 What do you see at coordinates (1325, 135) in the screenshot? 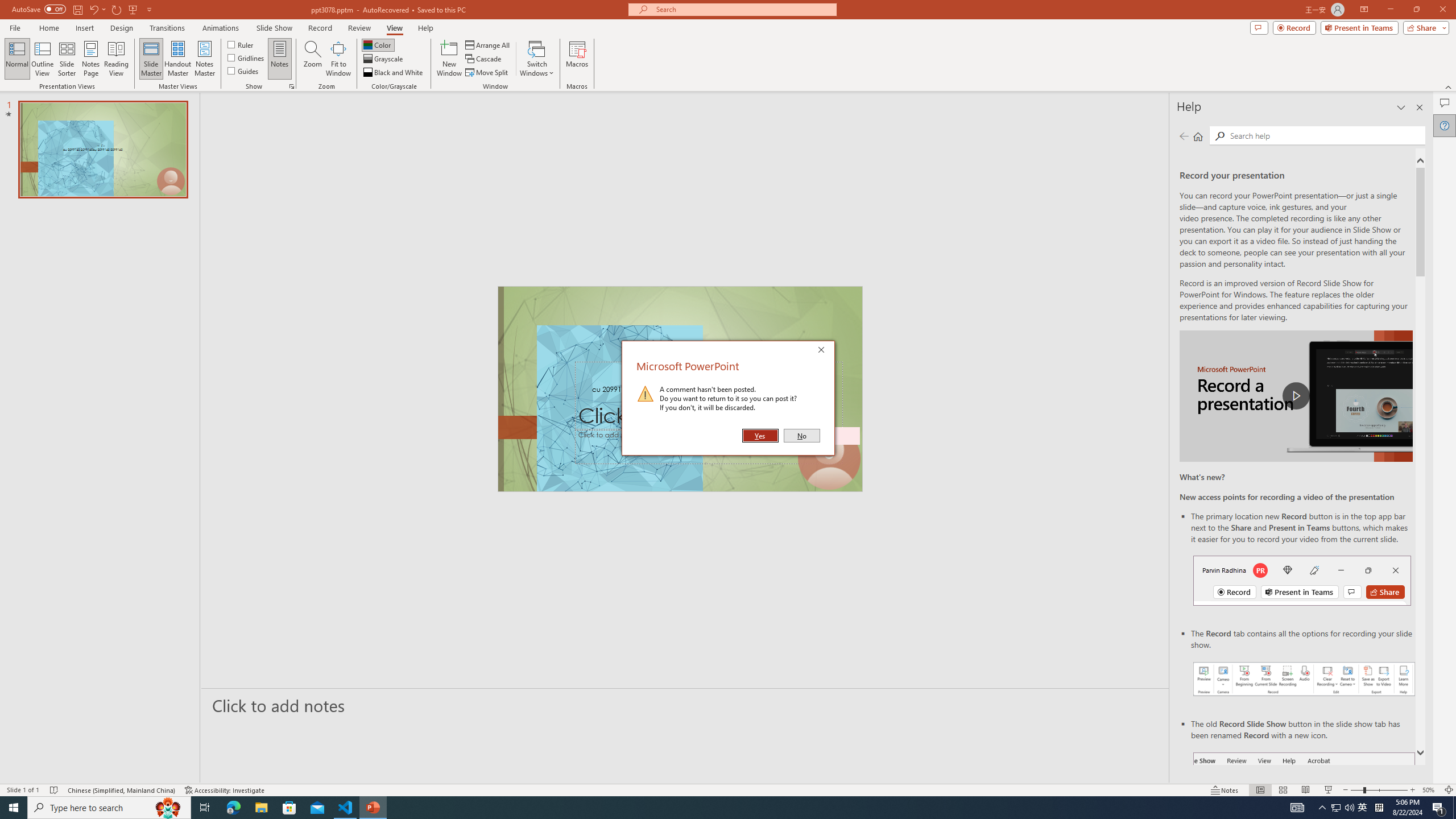
I see `'Search'` at bounding box center [1325, 135].